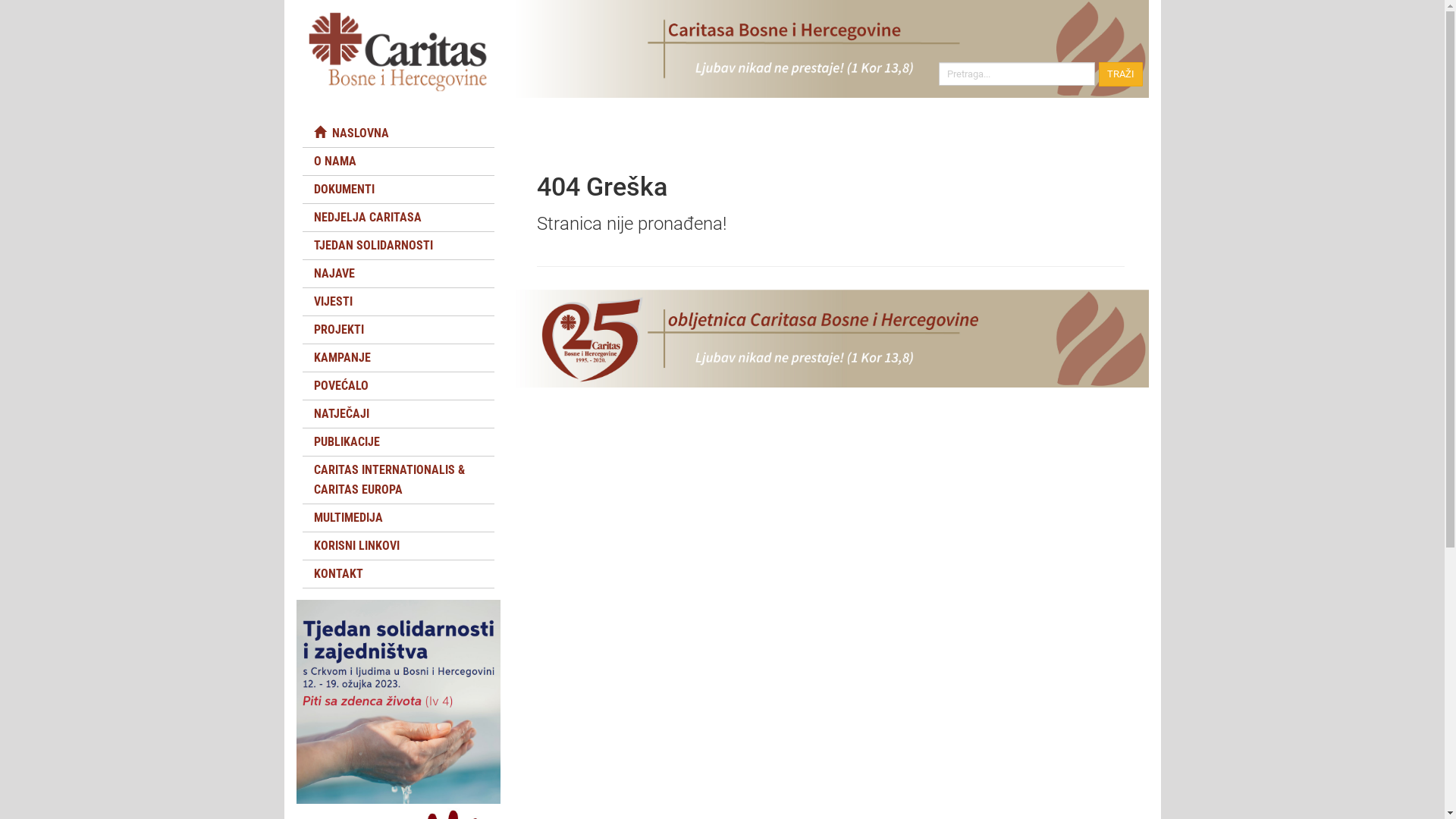  Describe the element at coordinates (397, 479) in the screenshot. I see `'CARITAS INTERNATIONALIS & CARITAS EUROPA'` at that location.